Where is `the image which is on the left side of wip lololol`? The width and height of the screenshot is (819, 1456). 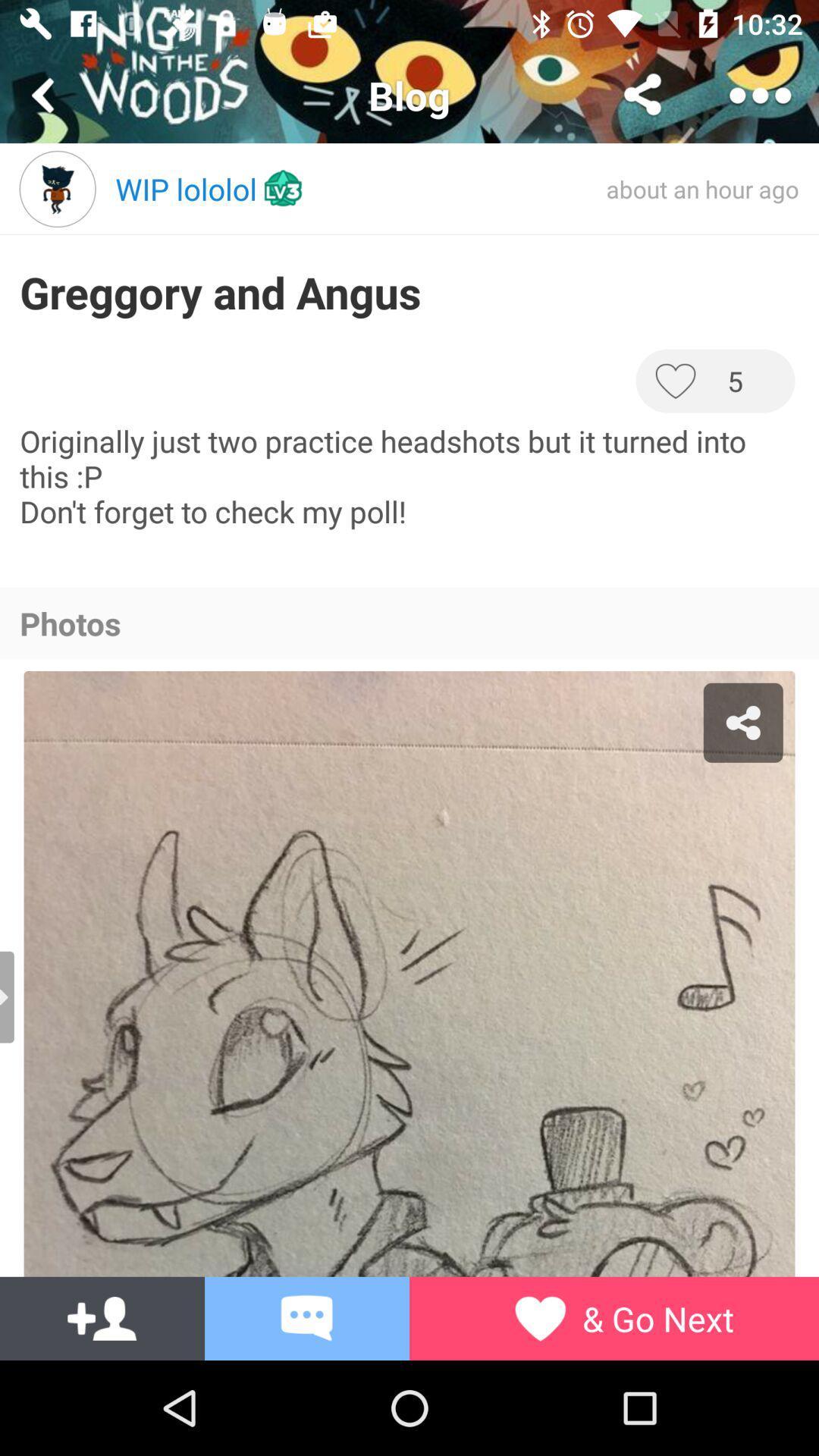
the image which is on the left side of wip lololol is located at coordinates (57, 188).